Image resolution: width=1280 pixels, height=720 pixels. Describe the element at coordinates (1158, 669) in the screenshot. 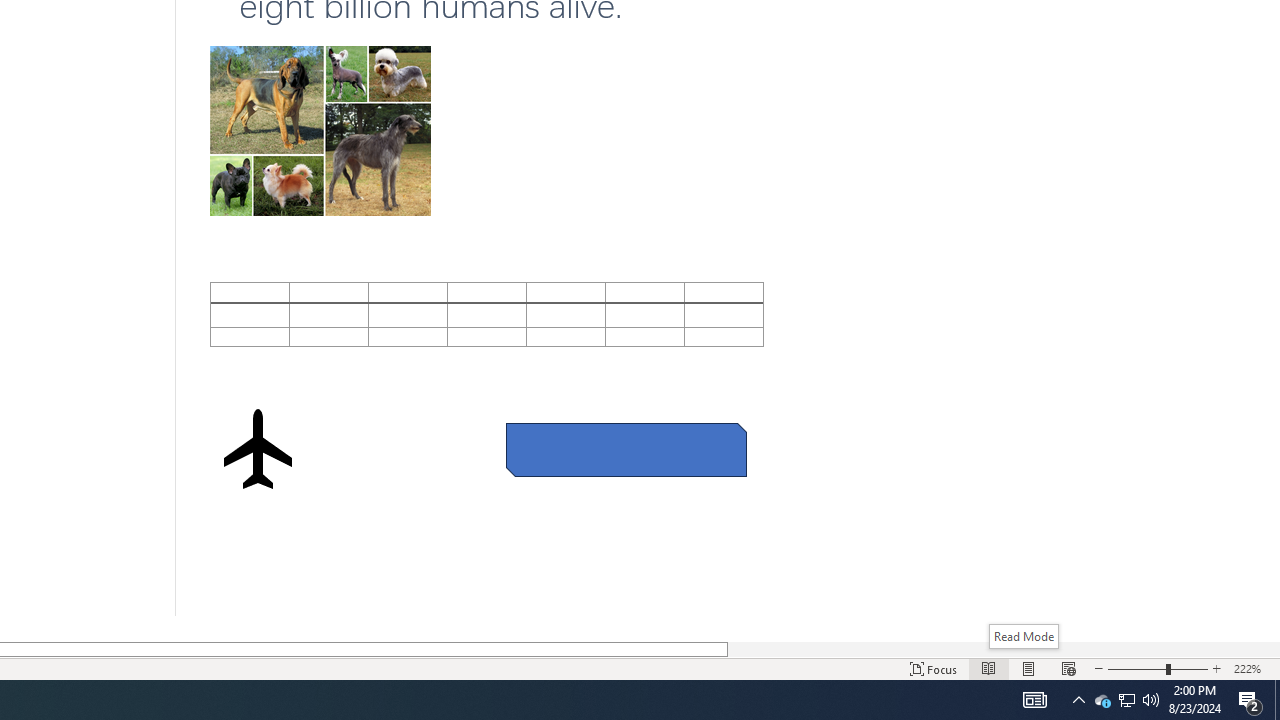

I see `'Text Size'` at that location.